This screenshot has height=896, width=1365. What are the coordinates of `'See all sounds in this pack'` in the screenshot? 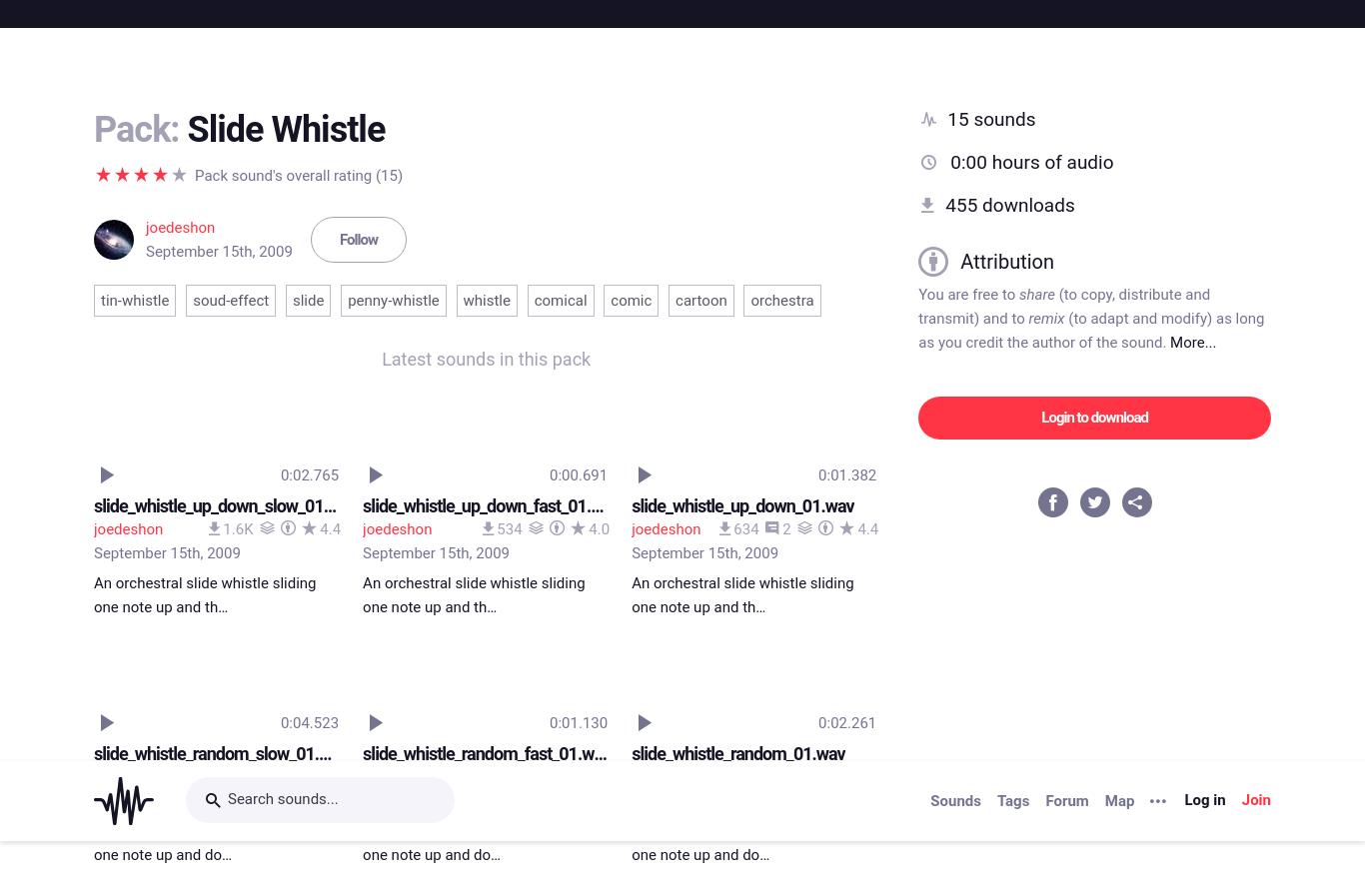 It's located at (486, 664).